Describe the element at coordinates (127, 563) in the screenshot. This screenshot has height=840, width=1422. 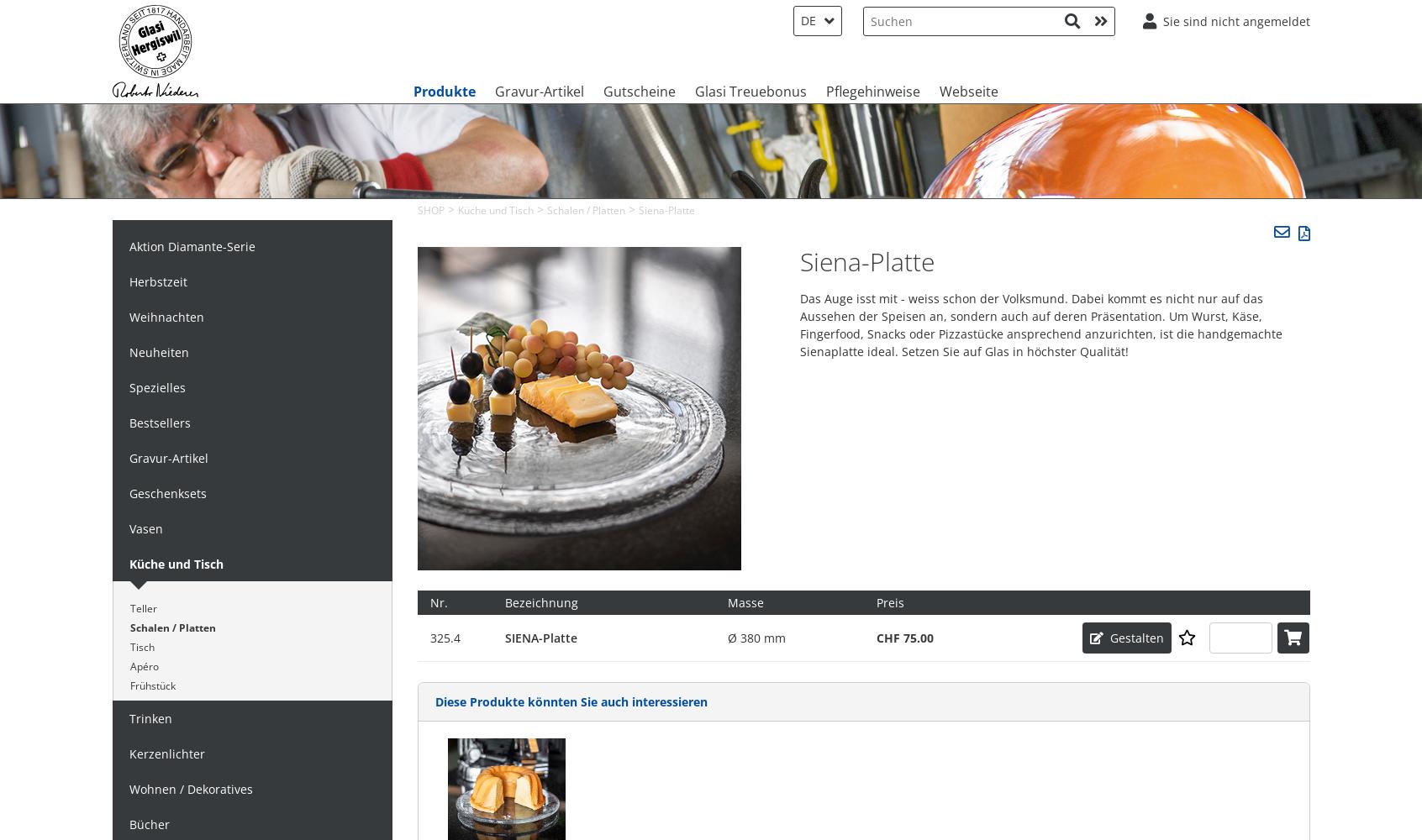
I see `'Küche und Tisch'` at that location.